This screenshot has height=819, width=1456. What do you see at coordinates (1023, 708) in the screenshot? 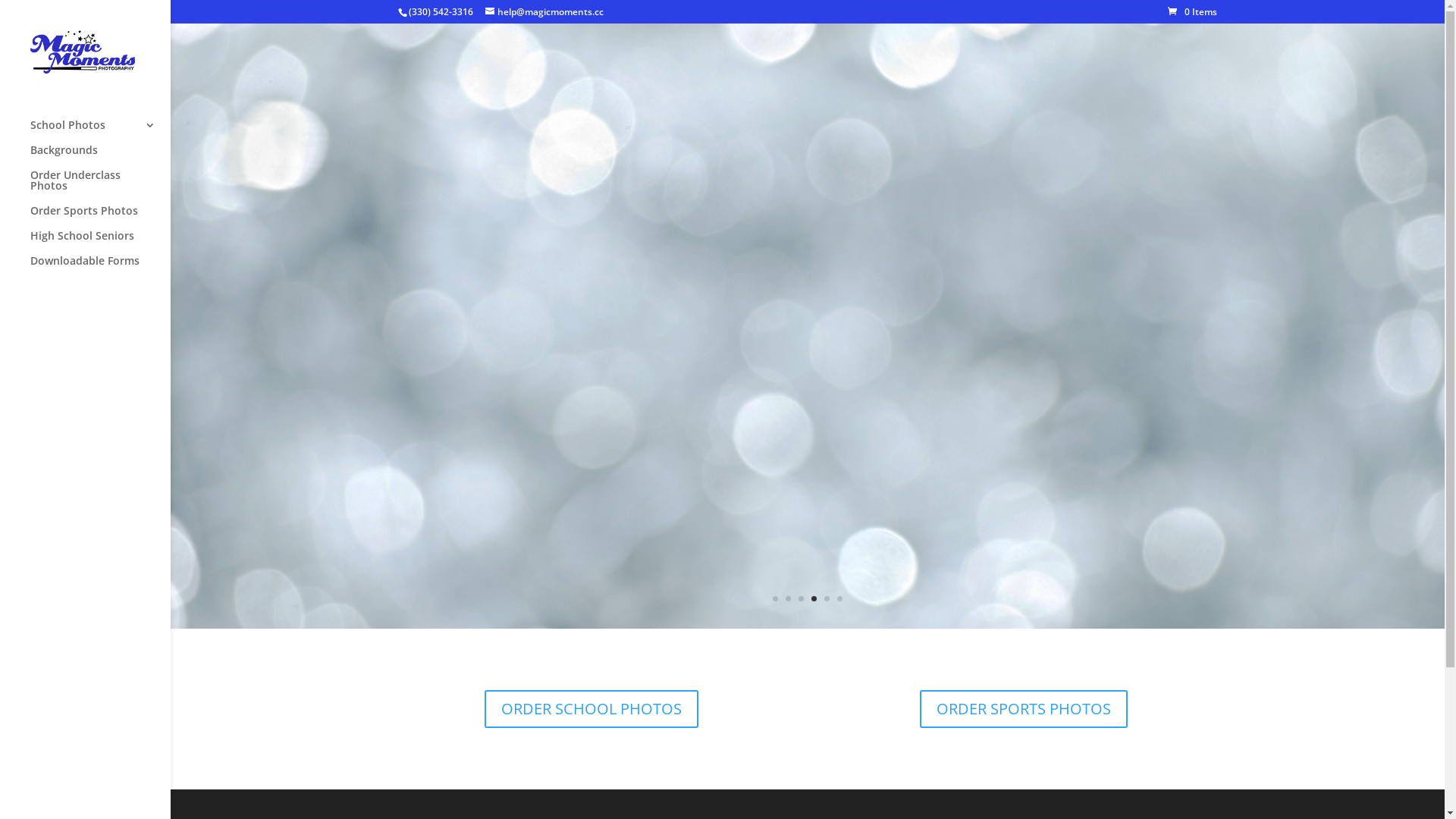
I see `'ORDER SPORTS PHOTOS'` at bounding box center [1023, 708].